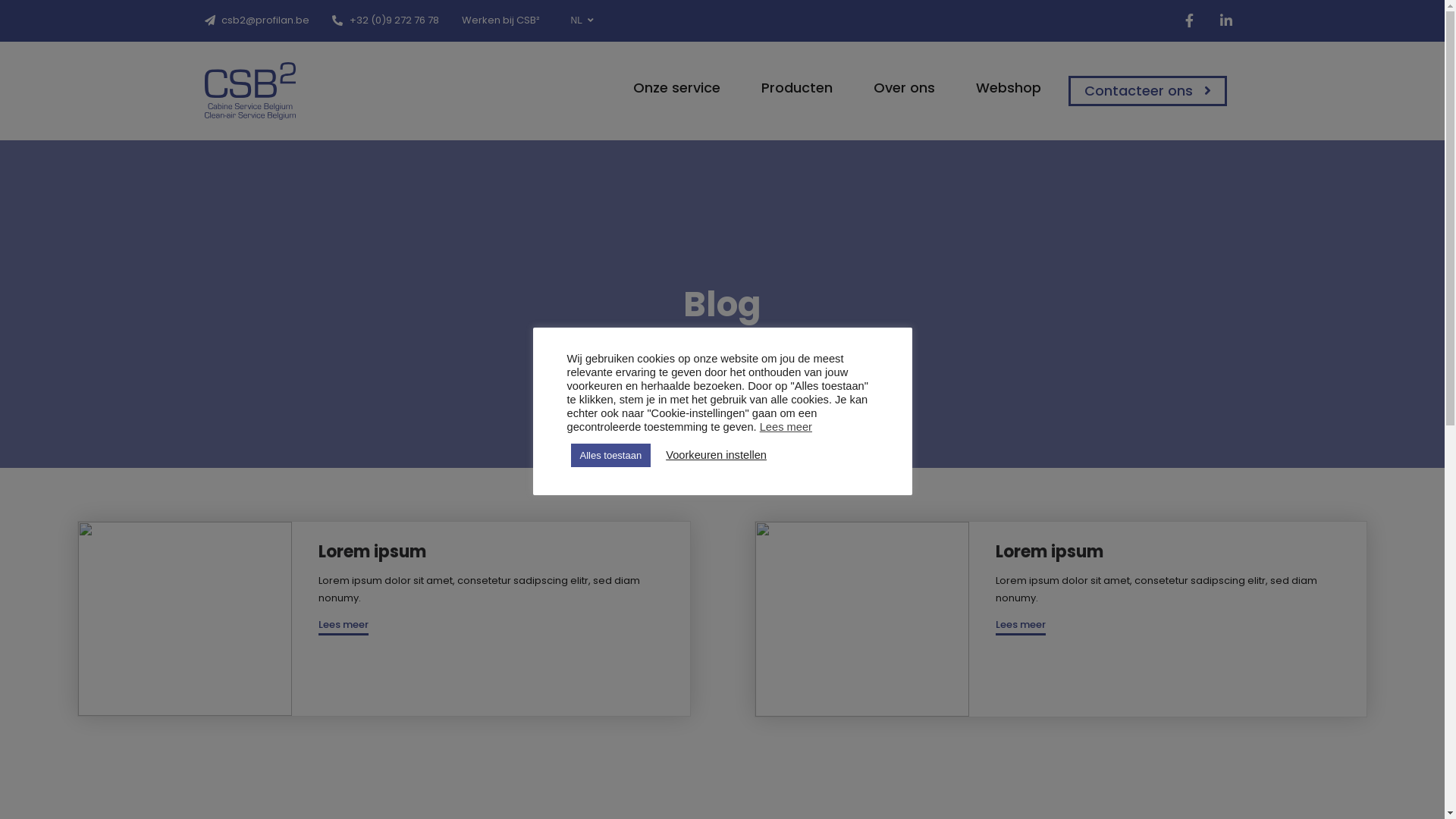  Describe the element at coordinates (1020, 626) in the screenshot. I see `'Lees meer'` at that location.